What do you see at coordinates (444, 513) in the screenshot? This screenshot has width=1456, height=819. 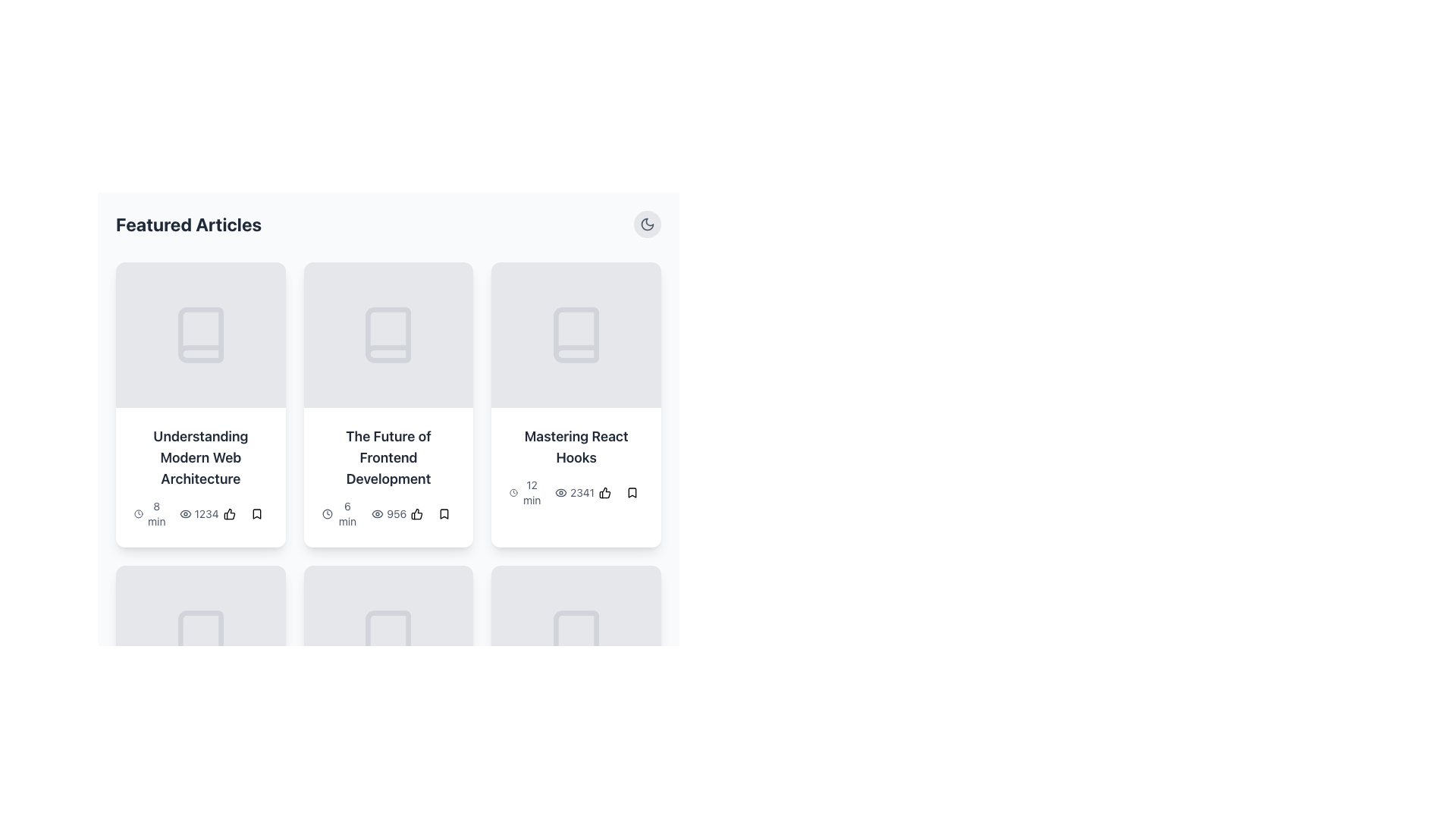 I see `the bookmark icon located in the bottom-right corner of the second card from the left in the first row of the article grid` at bounding box center [444, 513].